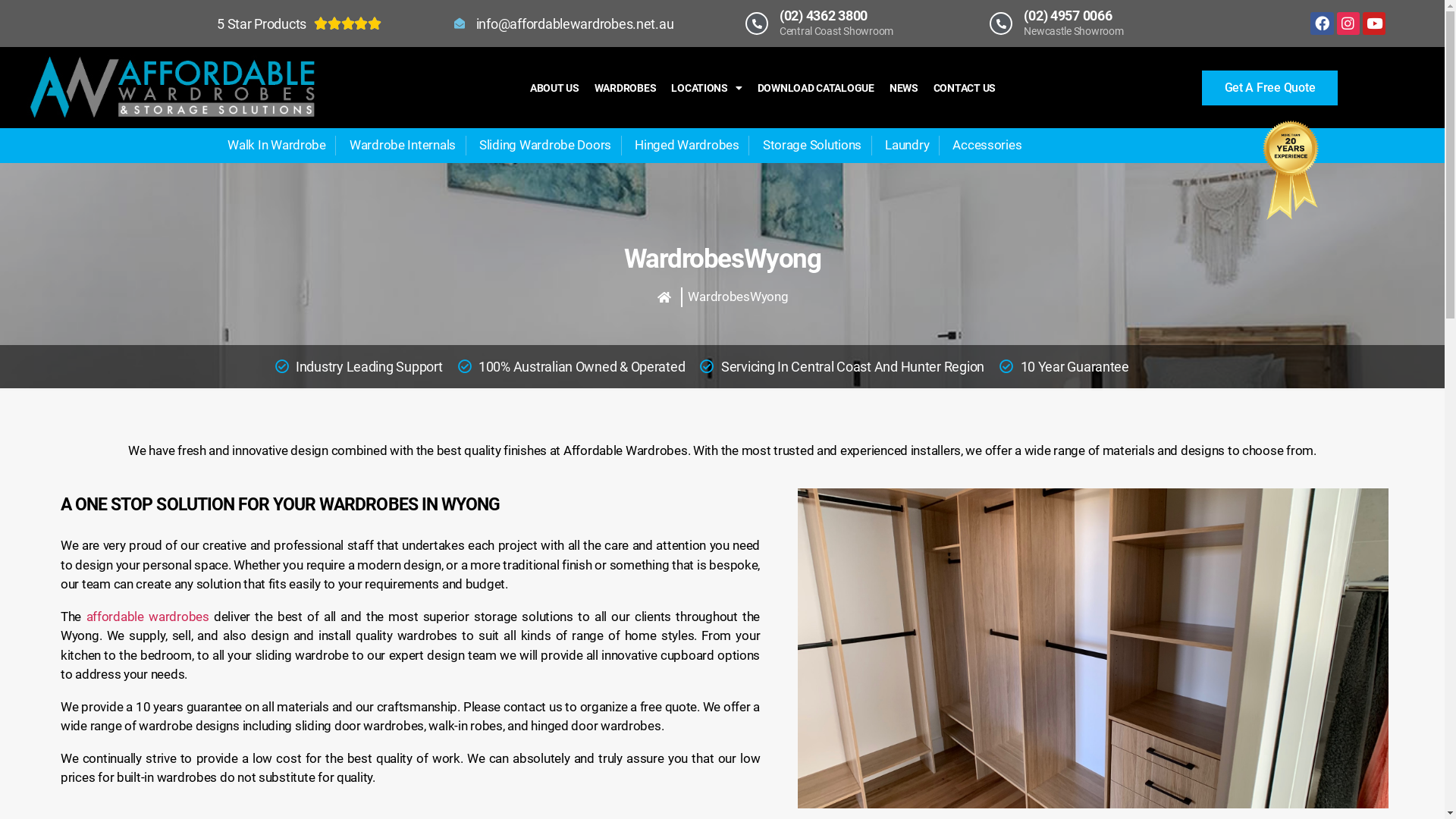  What do you see at coordinates (738, 297) in the screenshot?
I see `'WardrobesWyong'` at bounding box center [738, 297].